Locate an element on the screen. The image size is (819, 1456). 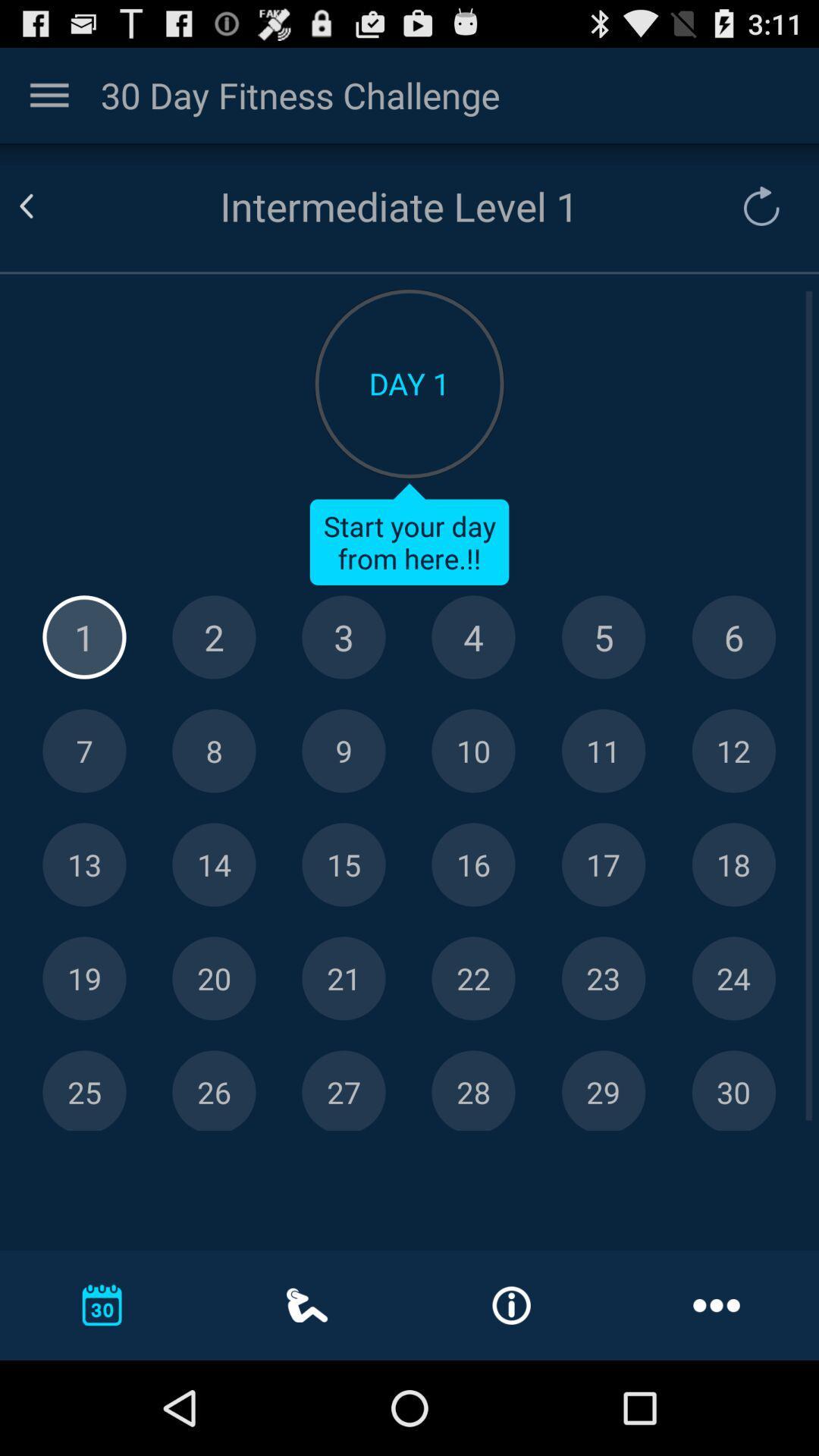
the microphone icon is located at coordinates (214, 802).